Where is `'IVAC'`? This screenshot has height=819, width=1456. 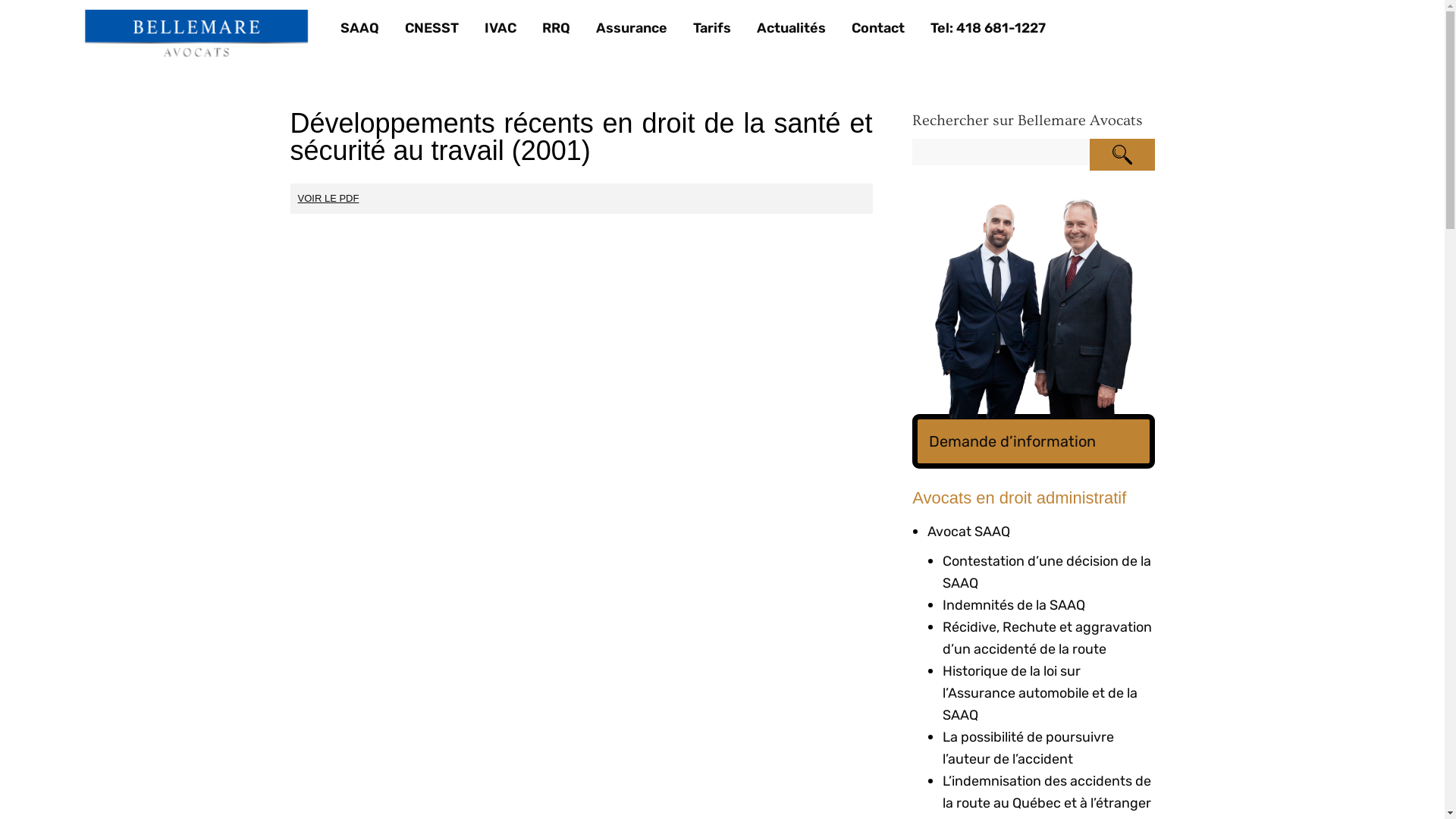
'IVAC' is located at coordinates (500, 28).